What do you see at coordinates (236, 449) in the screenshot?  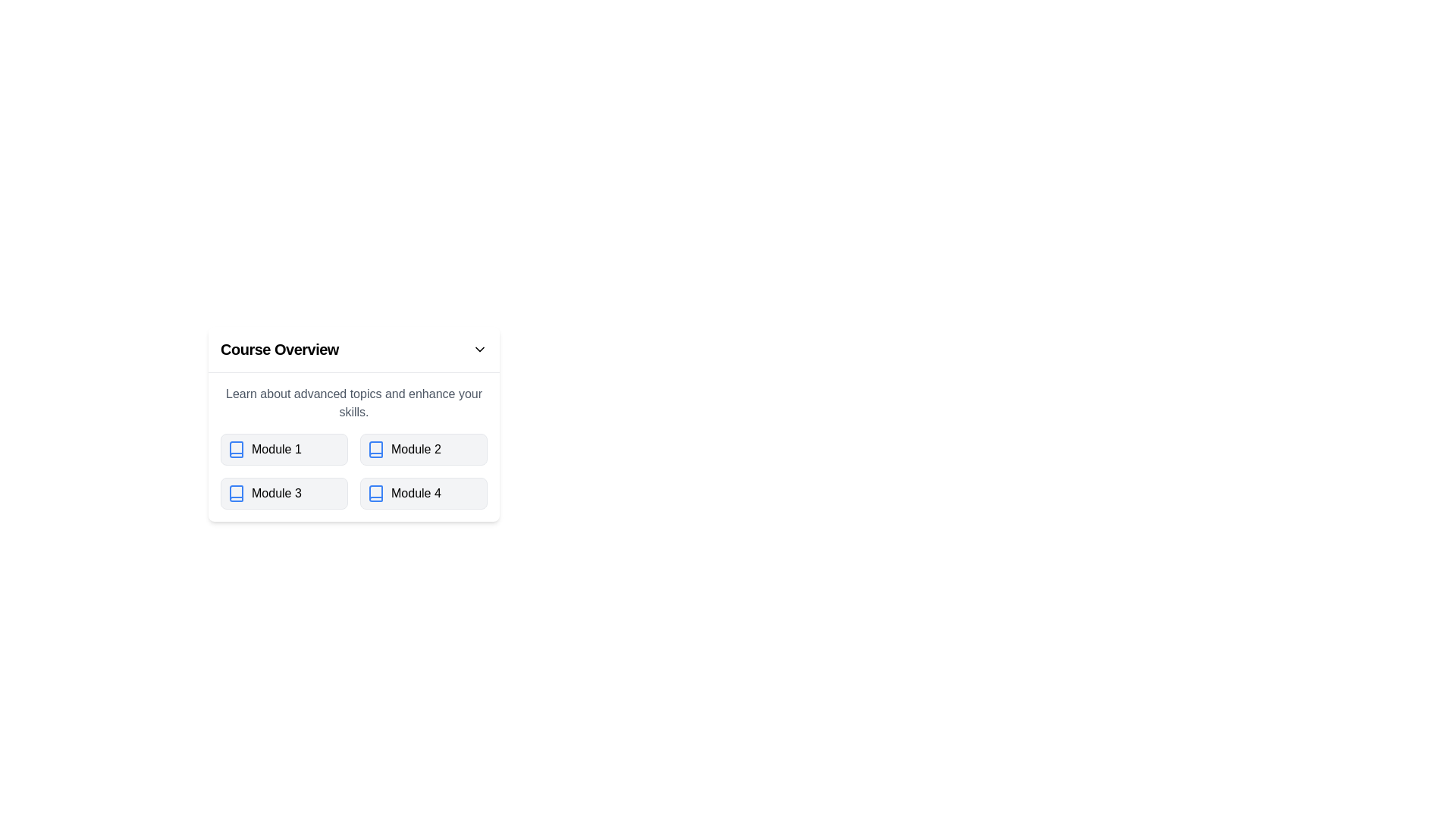 I see `the 'Module 1' button icon located in the top-left corner of the course module grid beneath the 'Course Overview' section` at bounding box center [236, 449].